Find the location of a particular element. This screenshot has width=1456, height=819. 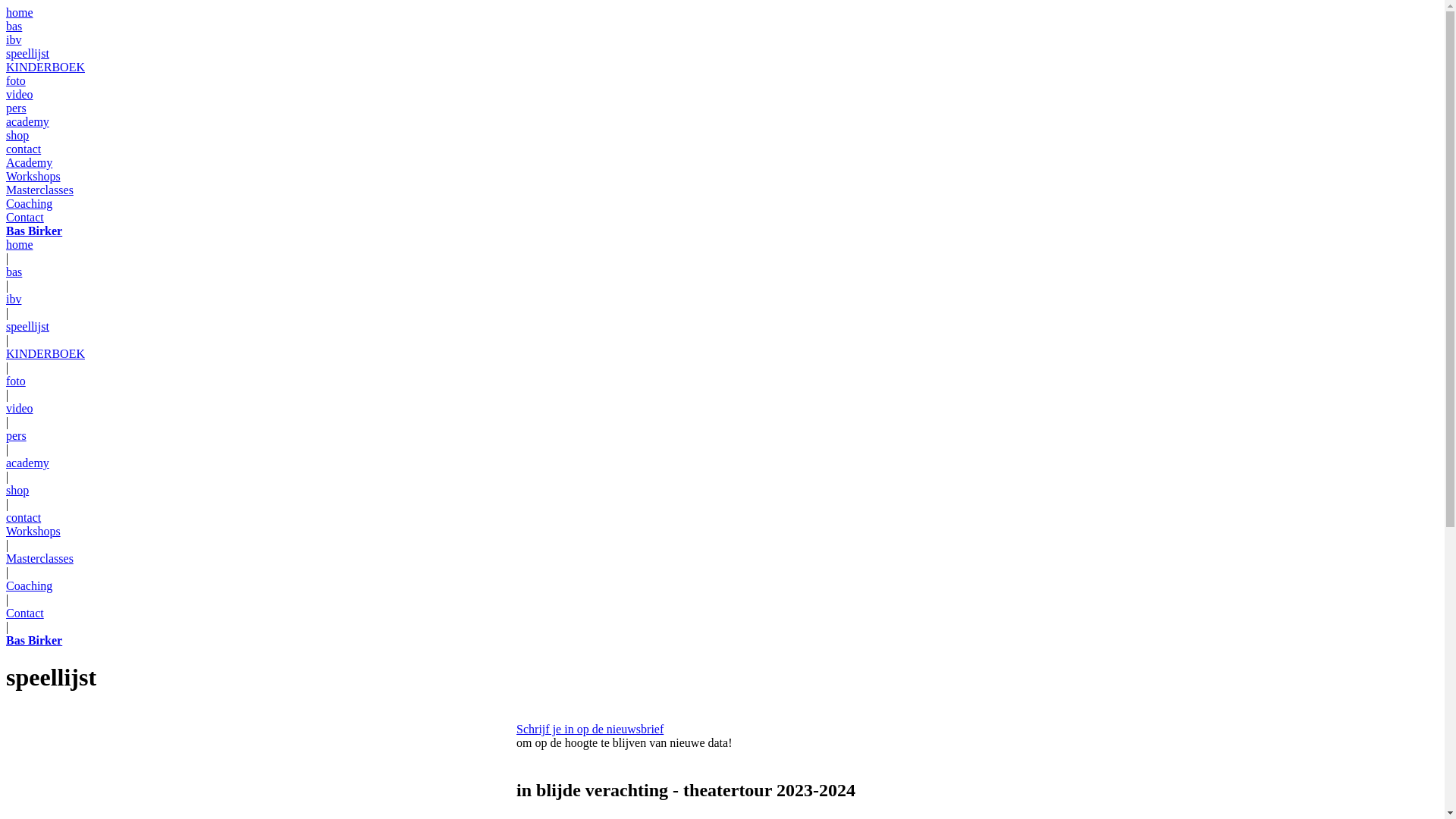

'contact' is located at coordinates (23, 149).